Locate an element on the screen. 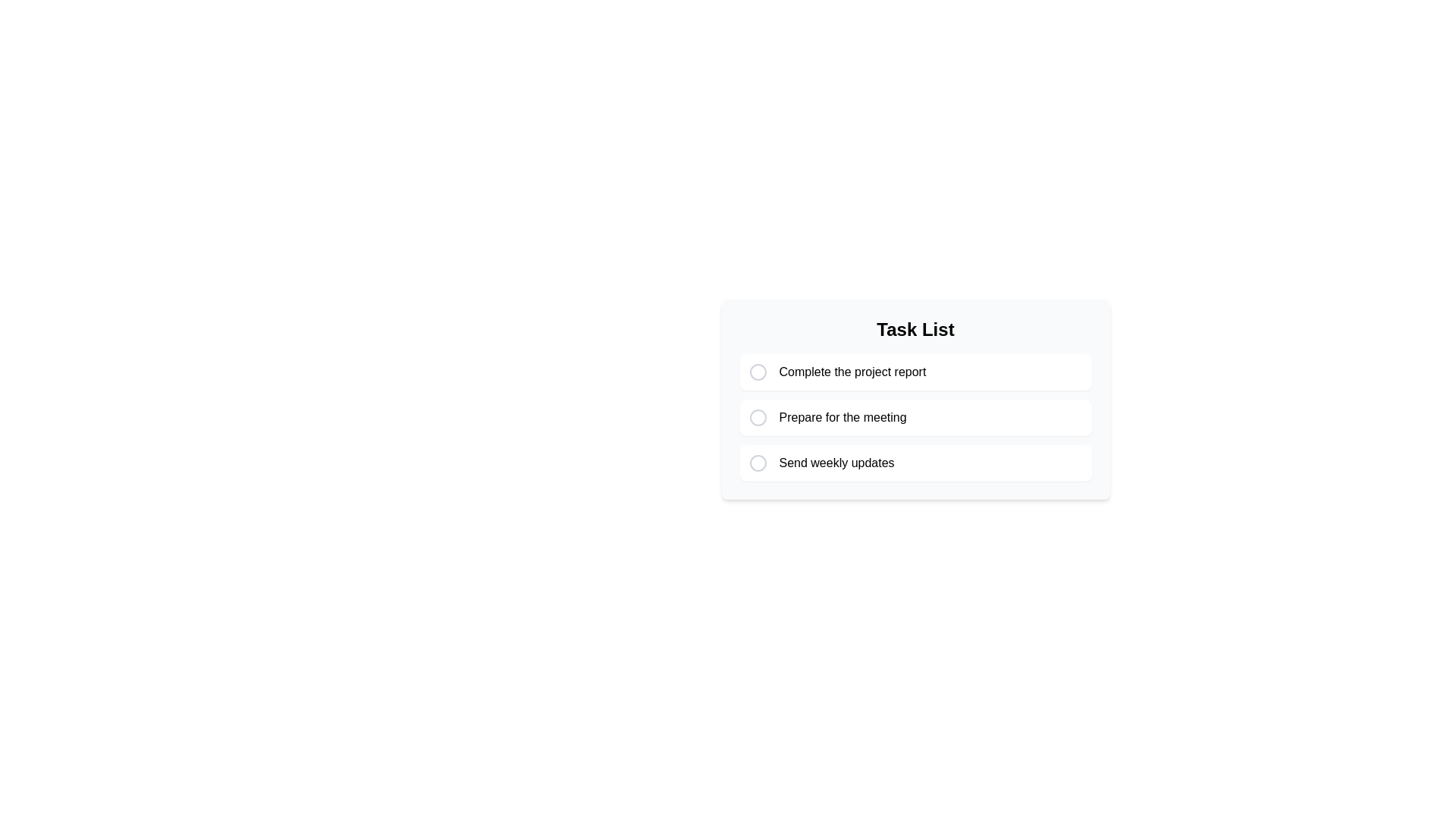  the SVG circle checkbox for the task labeled 'Send weekly updates' in the task list interface, which has a thin black stroke and is centered within a larger circle is located at coordinates (758, 462).